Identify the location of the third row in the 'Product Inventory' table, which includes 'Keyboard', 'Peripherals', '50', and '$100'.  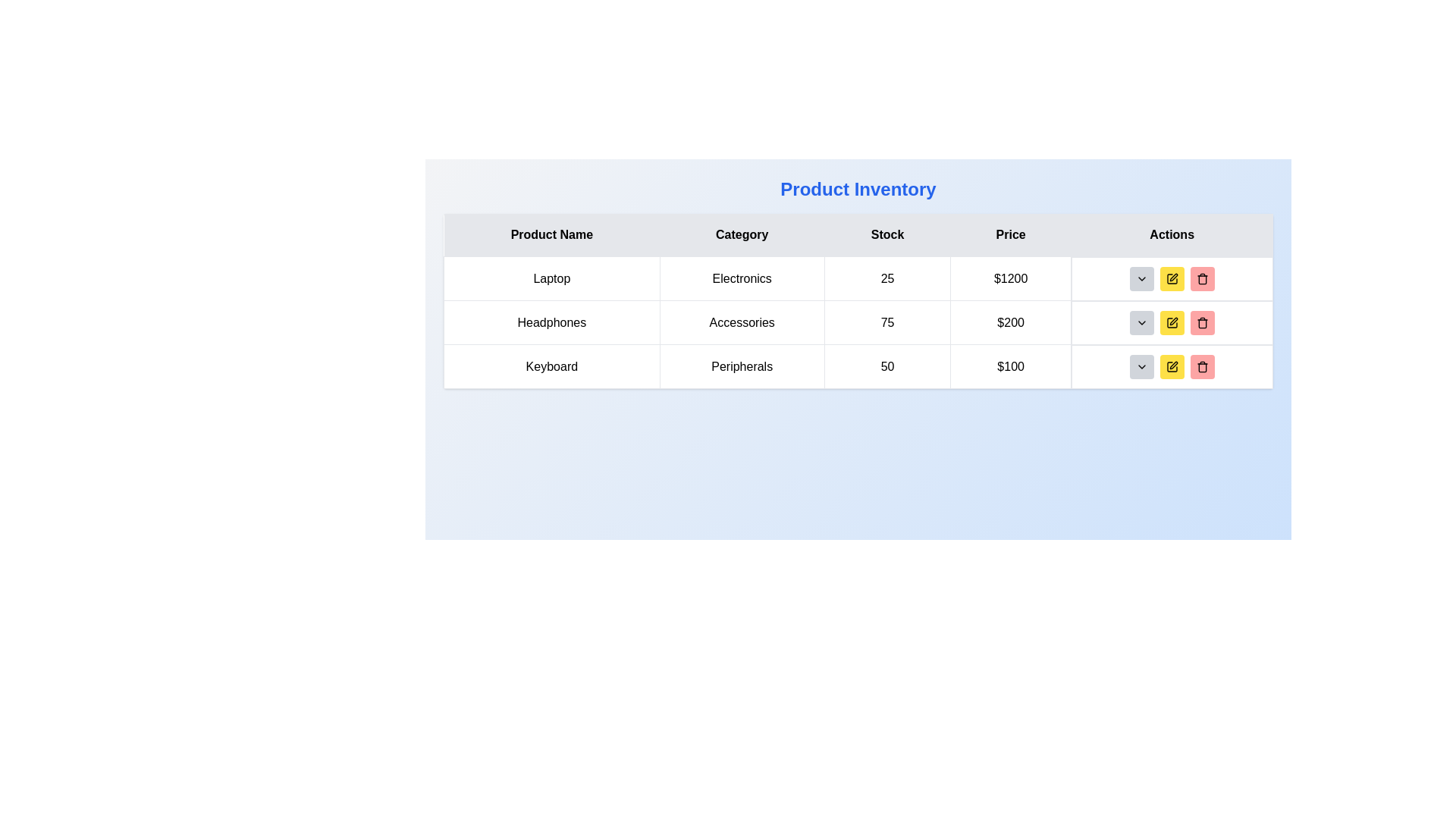
(858, 366).